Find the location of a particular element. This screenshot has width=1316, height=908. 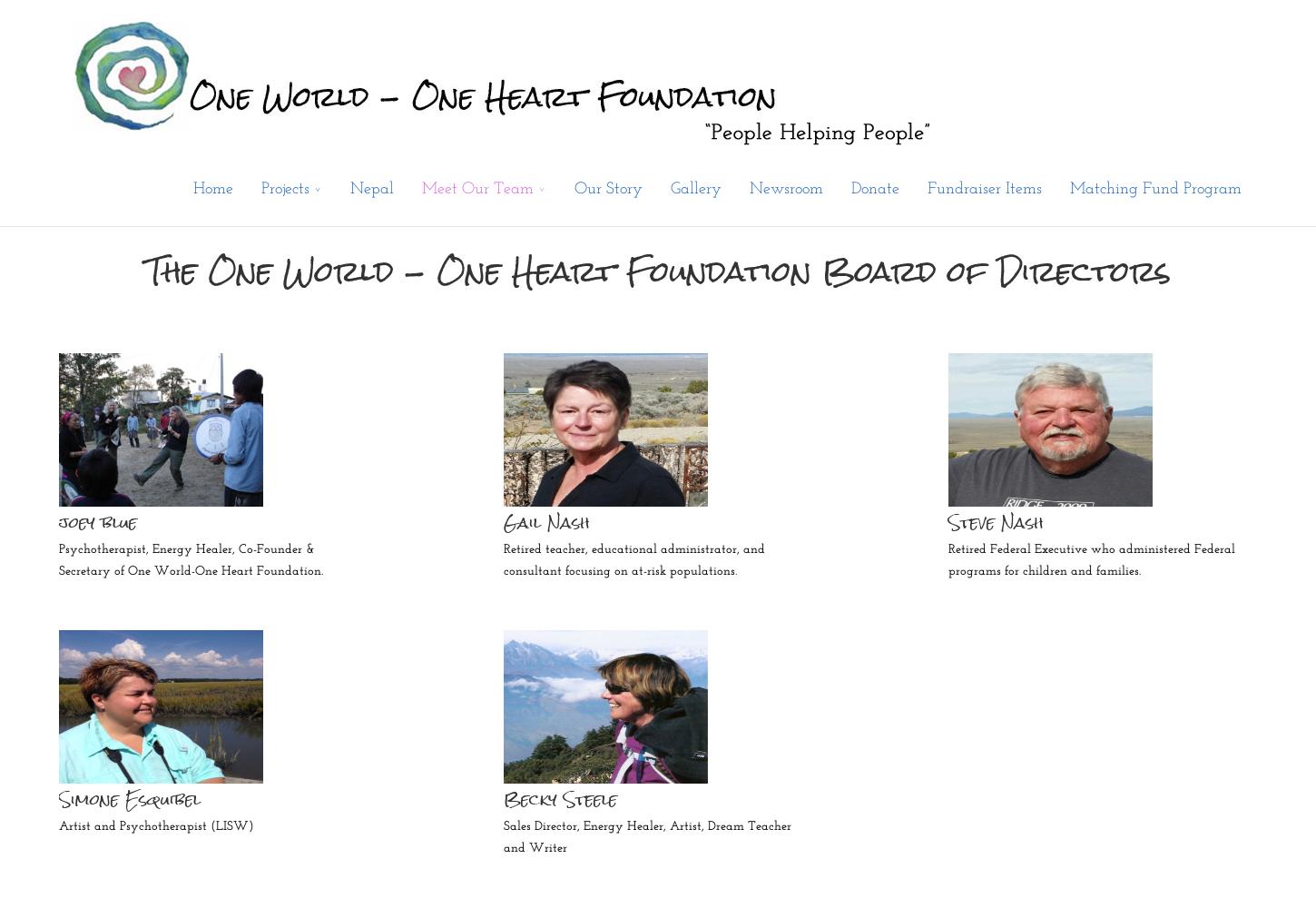

'Projects' is located at coordinates (284, 188).